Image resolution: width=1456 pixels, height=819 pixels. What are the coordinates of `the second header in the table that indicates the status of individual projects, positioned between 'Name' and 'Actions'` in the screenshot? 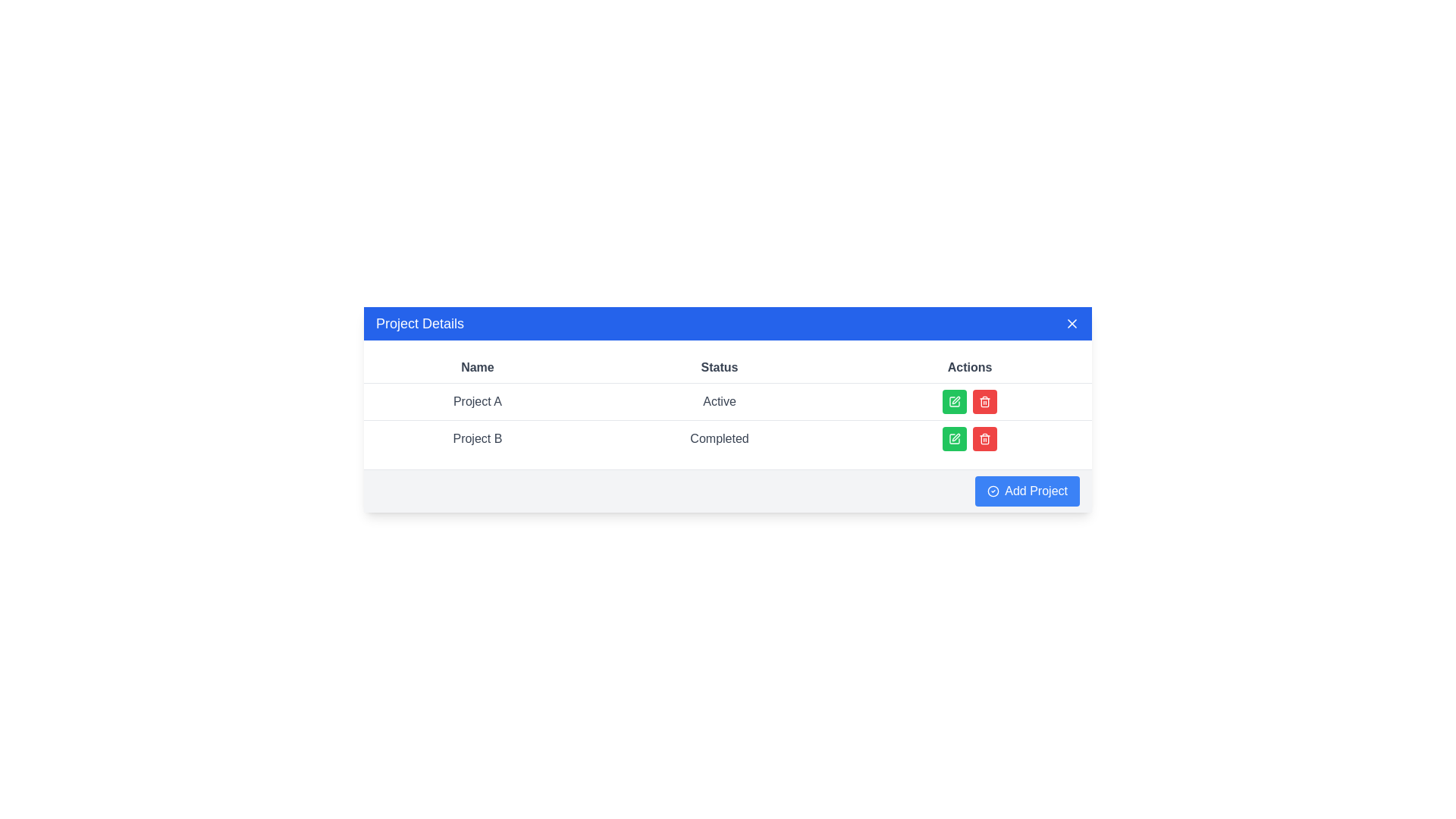 It's located at (719, 367).